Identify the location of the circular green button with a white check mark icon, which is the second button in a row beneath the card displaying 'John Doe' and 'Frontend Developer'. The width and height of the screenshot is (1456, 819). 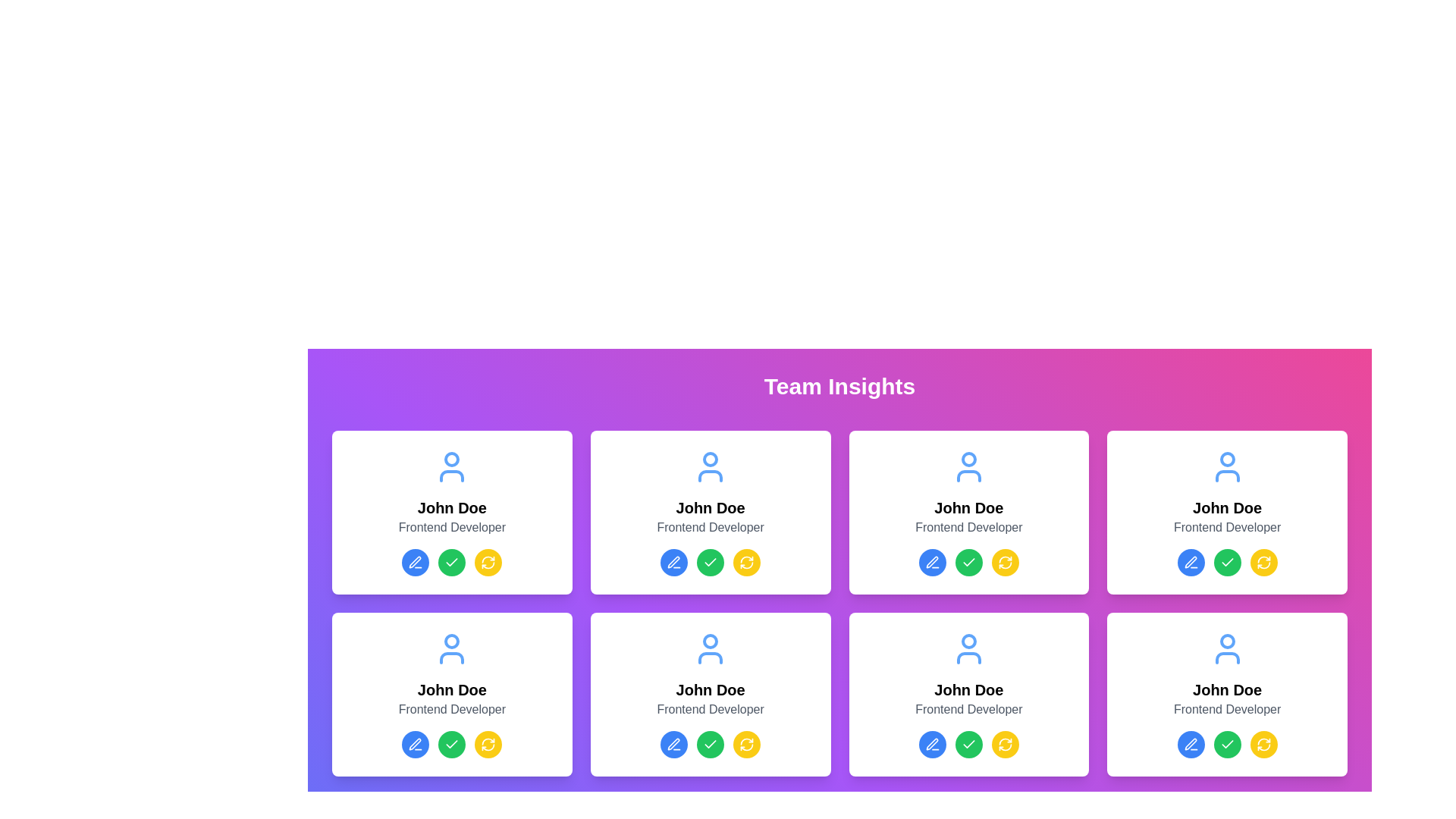
(968, 562).